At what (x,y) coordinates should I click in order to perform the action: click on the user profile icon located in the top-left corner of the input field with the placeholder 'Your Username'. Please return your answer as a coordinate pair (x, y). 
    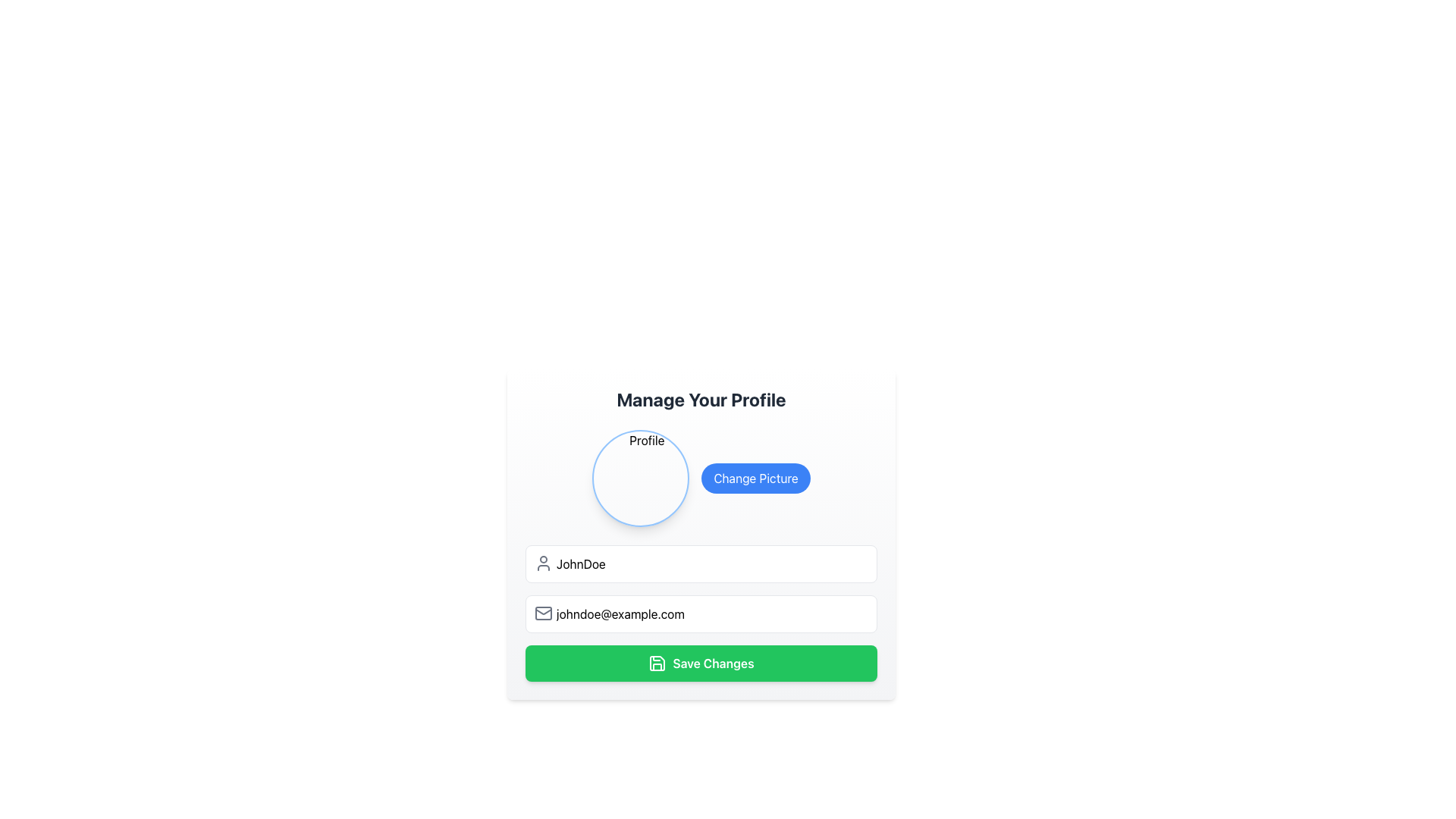
    Looking at the image, I should click on (543, 563).